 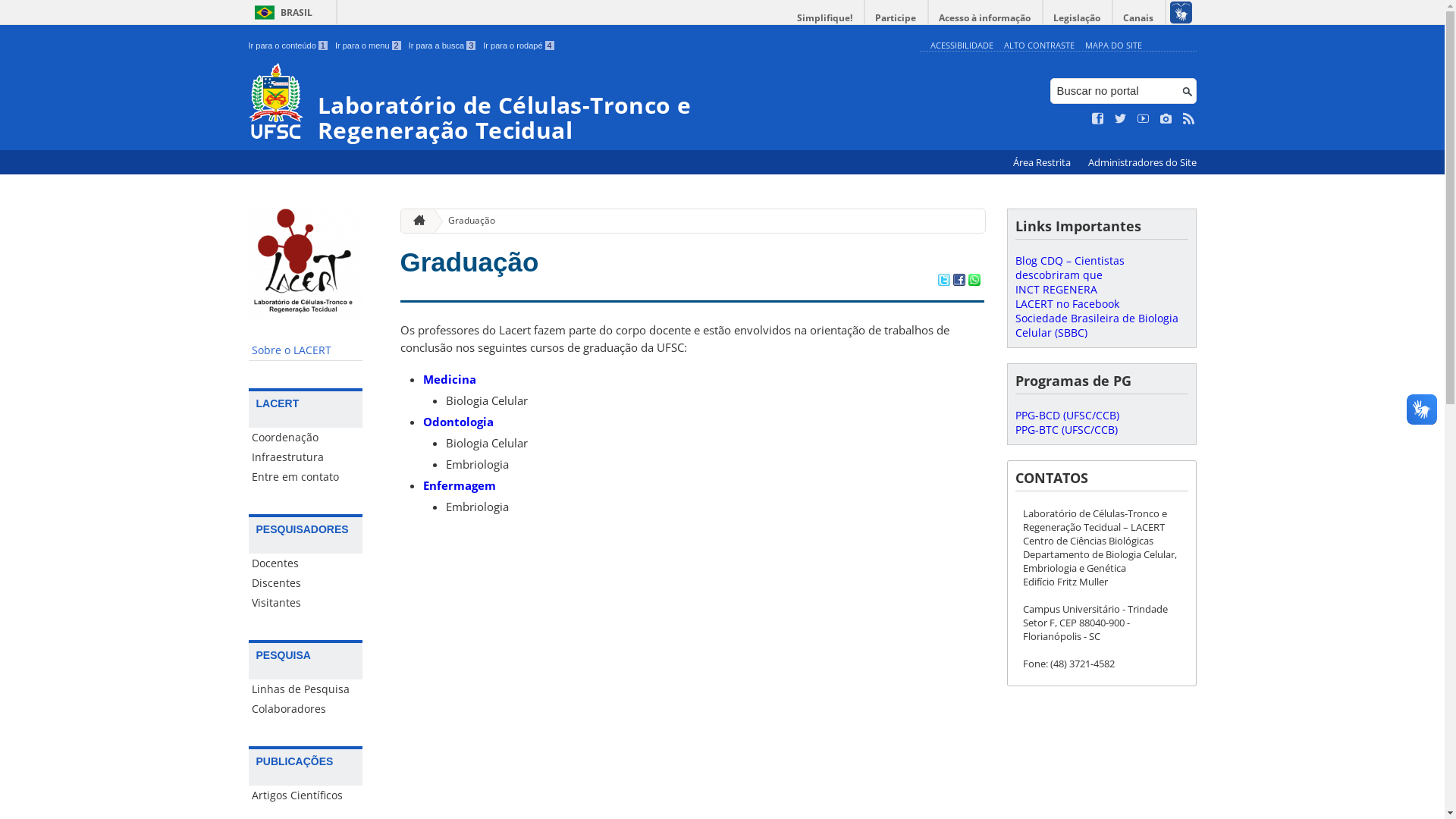 I want to click on 'Medicina', so click(x=449, y=378).